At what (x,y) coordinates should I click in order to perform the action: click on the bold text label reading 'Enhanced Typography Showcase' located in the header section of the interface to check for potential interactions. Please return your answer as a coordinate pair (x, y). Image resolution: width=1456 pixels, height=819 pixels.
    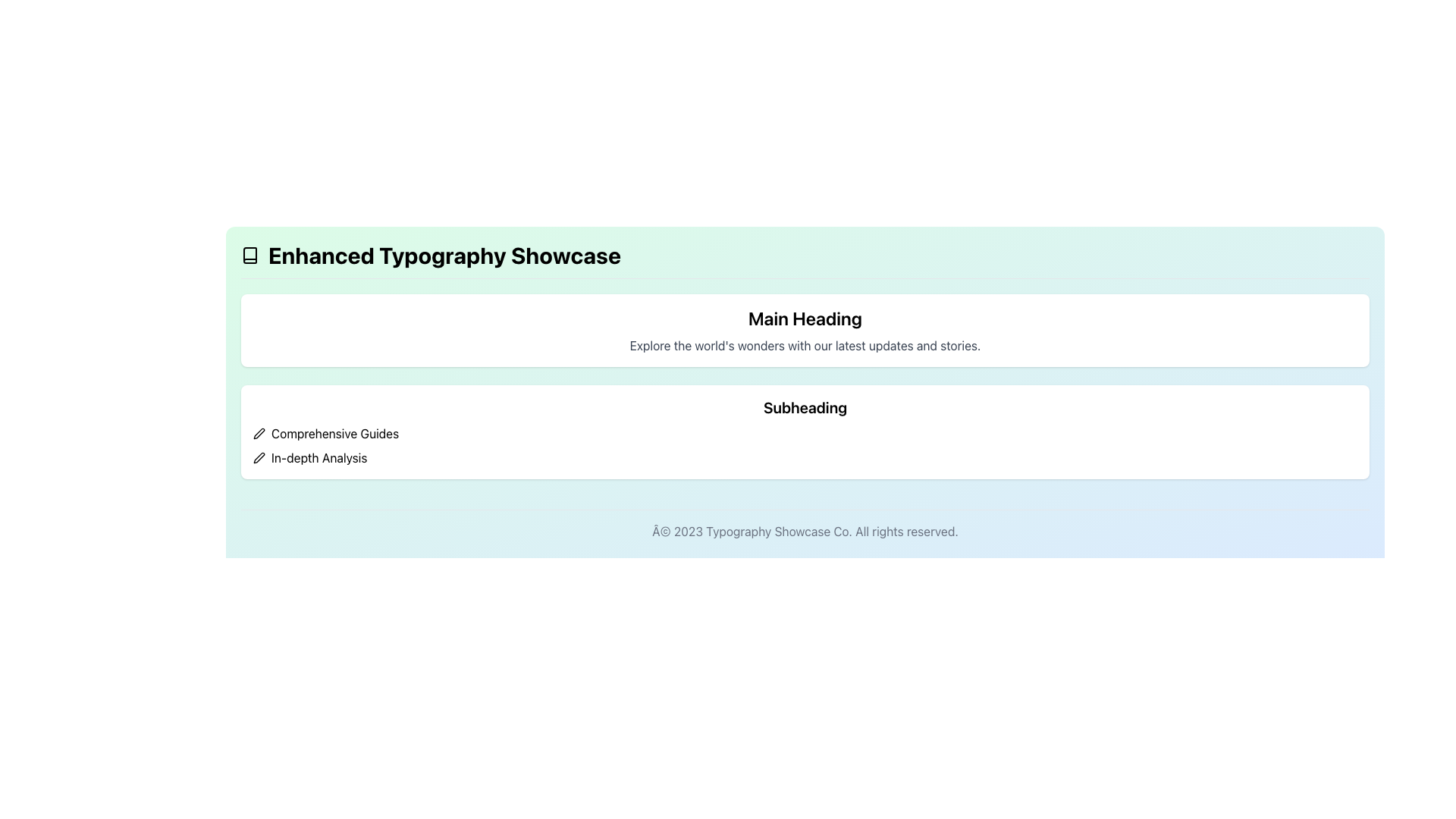
    Looking at the image, I should click on (444, 254).